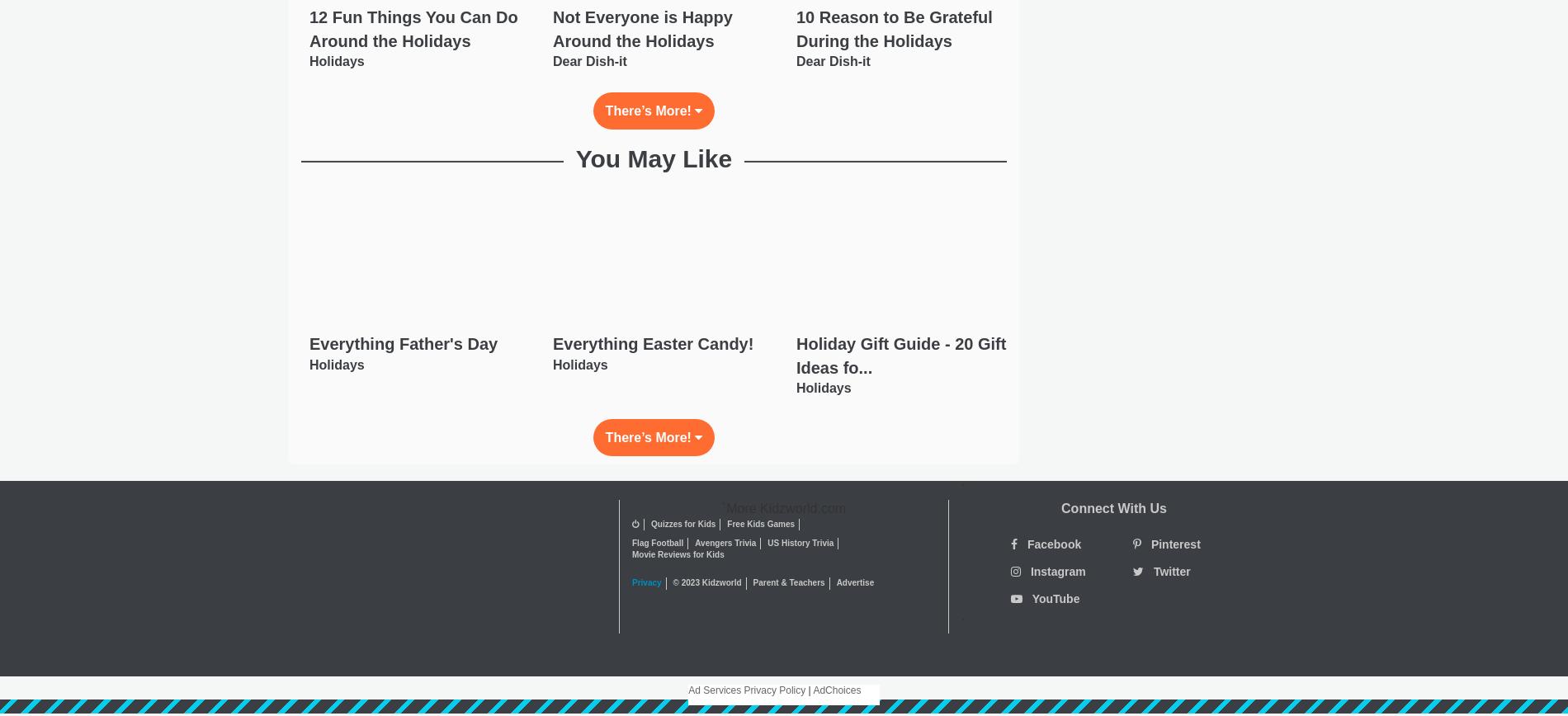  What do you see at coordinates (413, 28) in the screenshot?
I see `'12 Fun Things You Can Do Around the Holidays'` at bounding box center [413, 28].